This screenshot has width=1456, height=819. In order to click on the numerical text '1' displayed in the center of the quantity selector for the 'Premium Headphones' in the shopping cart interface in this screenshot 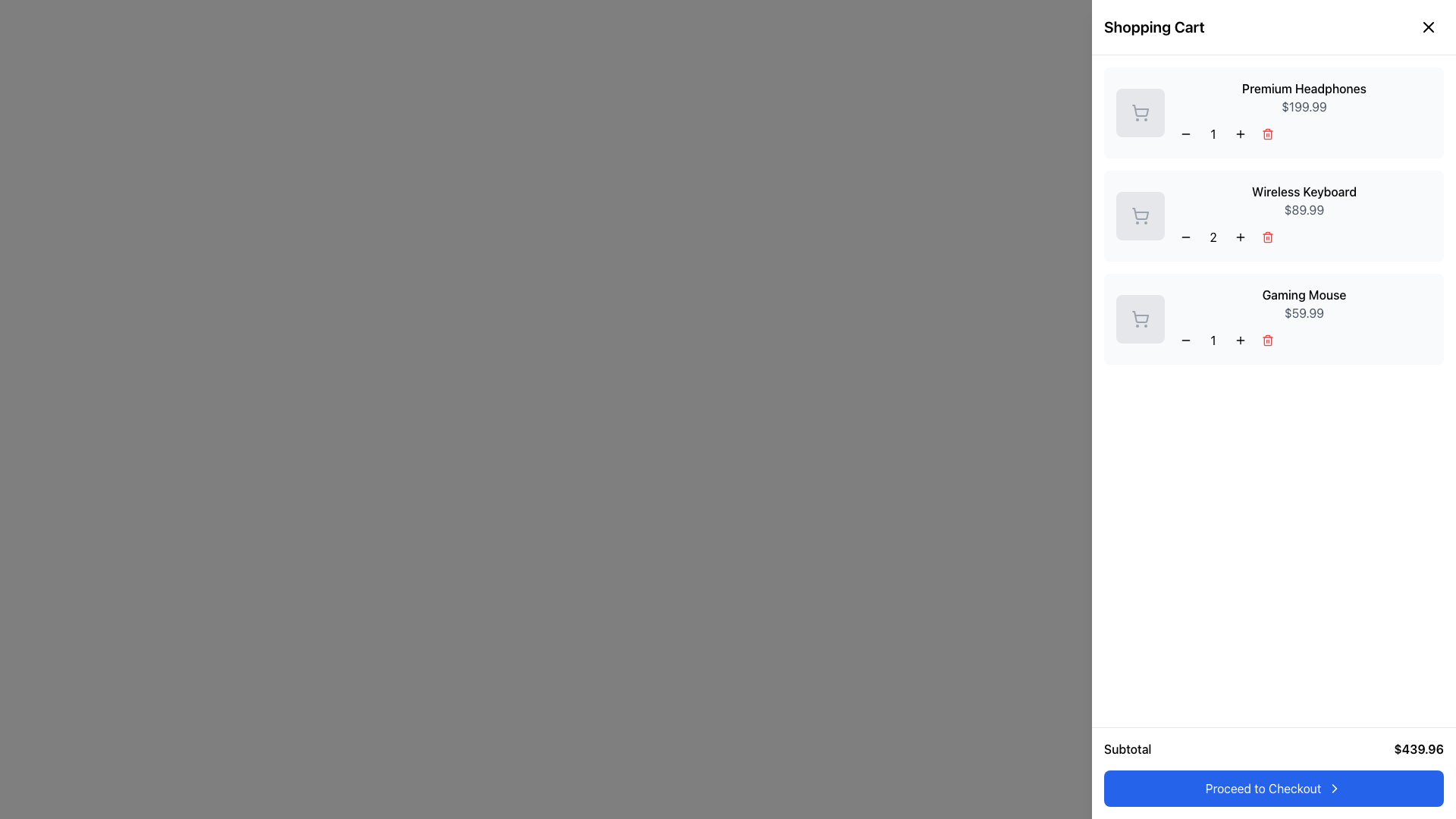, I will do `click(1212, 133)`.